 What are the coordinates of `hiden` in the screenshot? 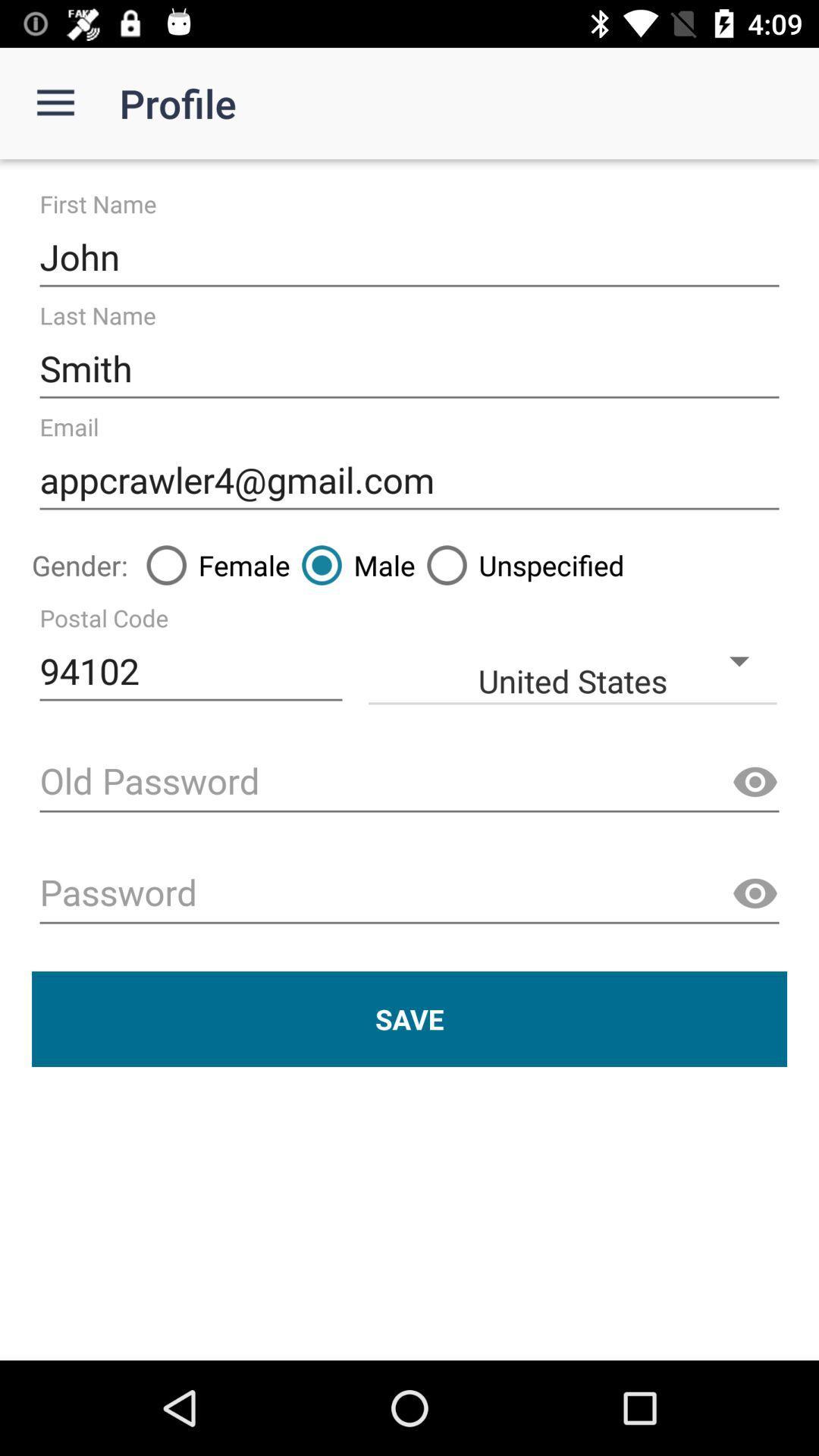 It's located at (755, 783).